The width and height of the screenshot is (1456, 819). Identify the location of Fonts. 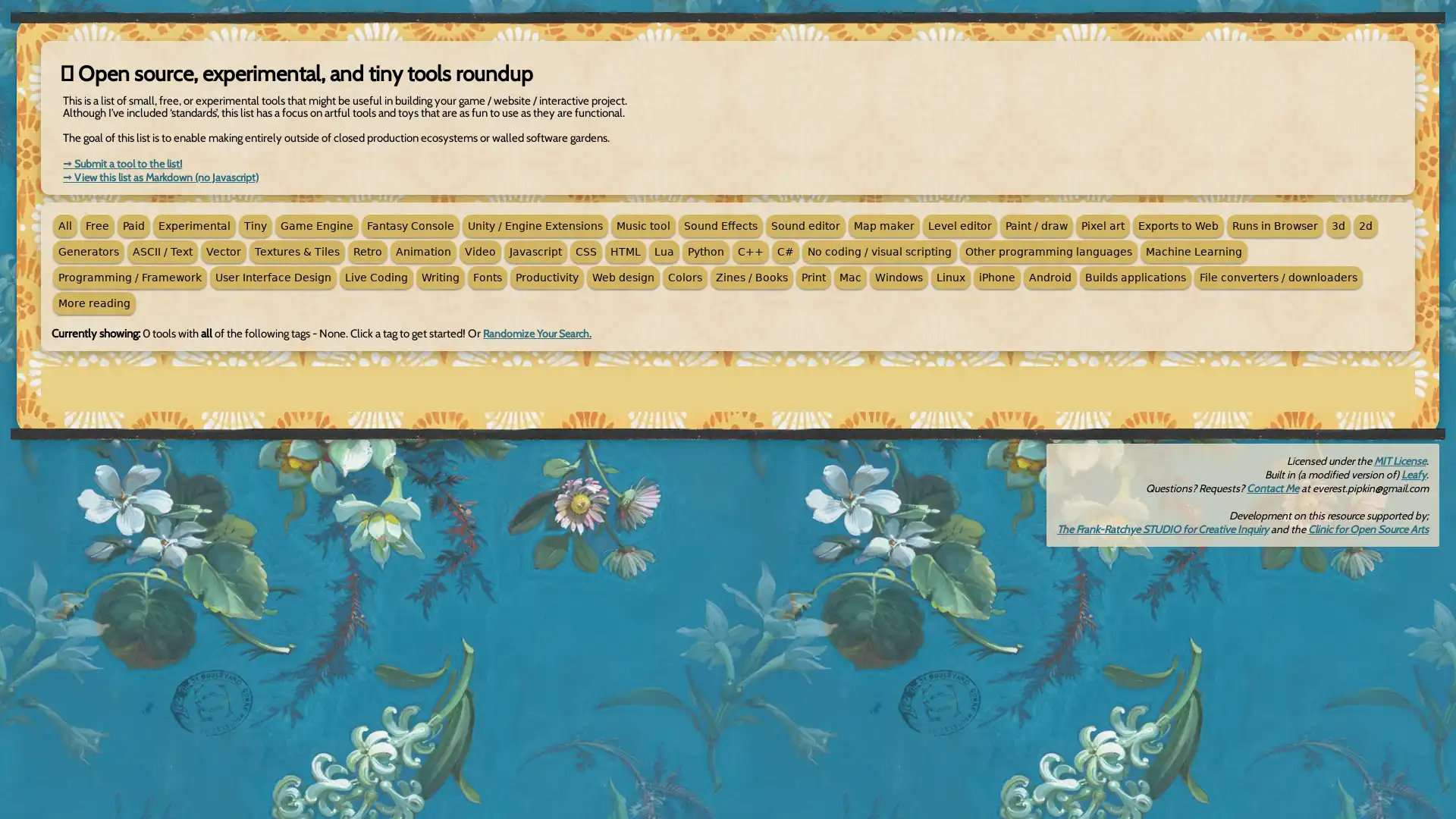
(488, 278).